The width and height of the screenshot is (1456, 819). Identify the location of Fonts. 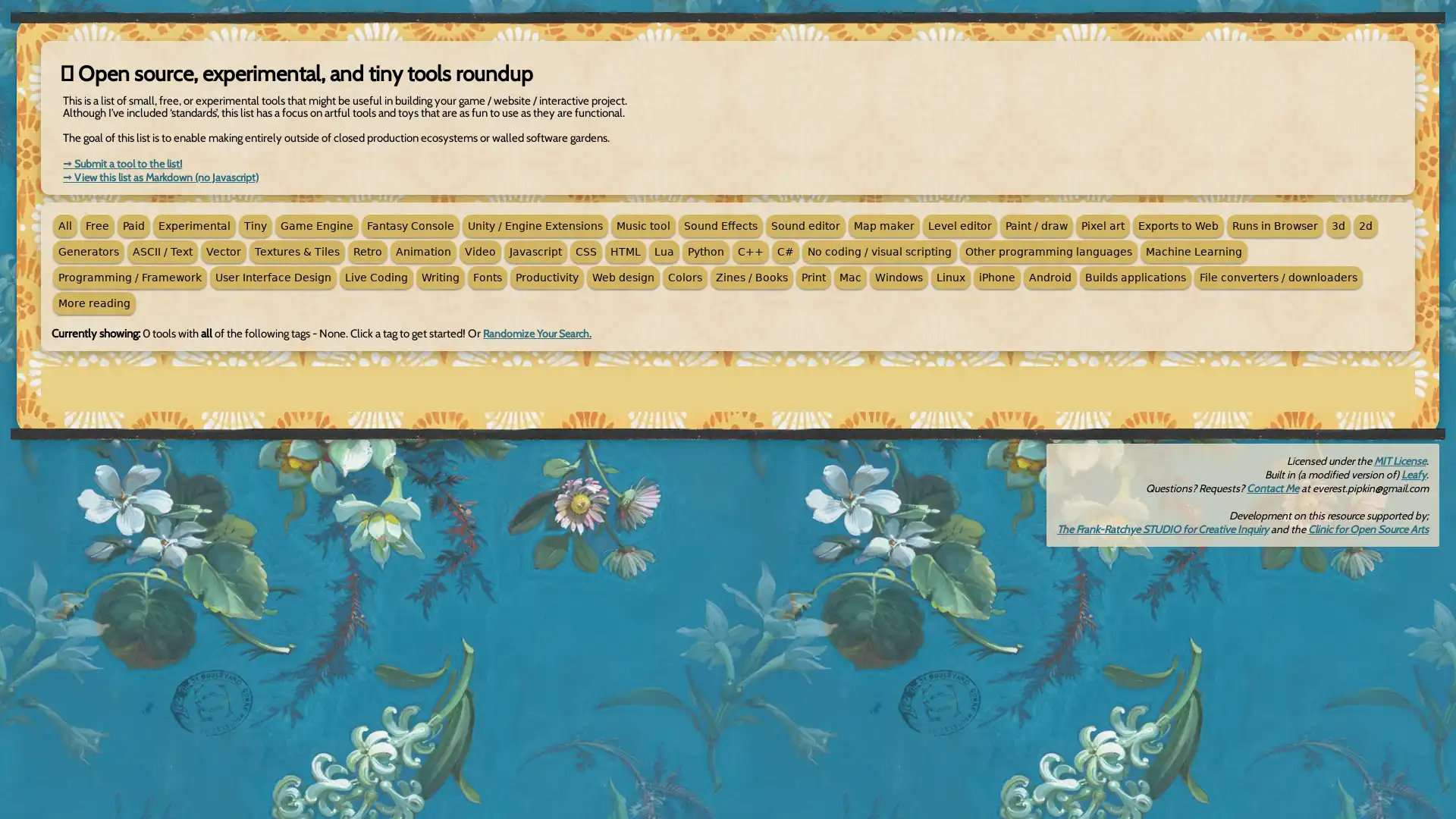
(488, 278).